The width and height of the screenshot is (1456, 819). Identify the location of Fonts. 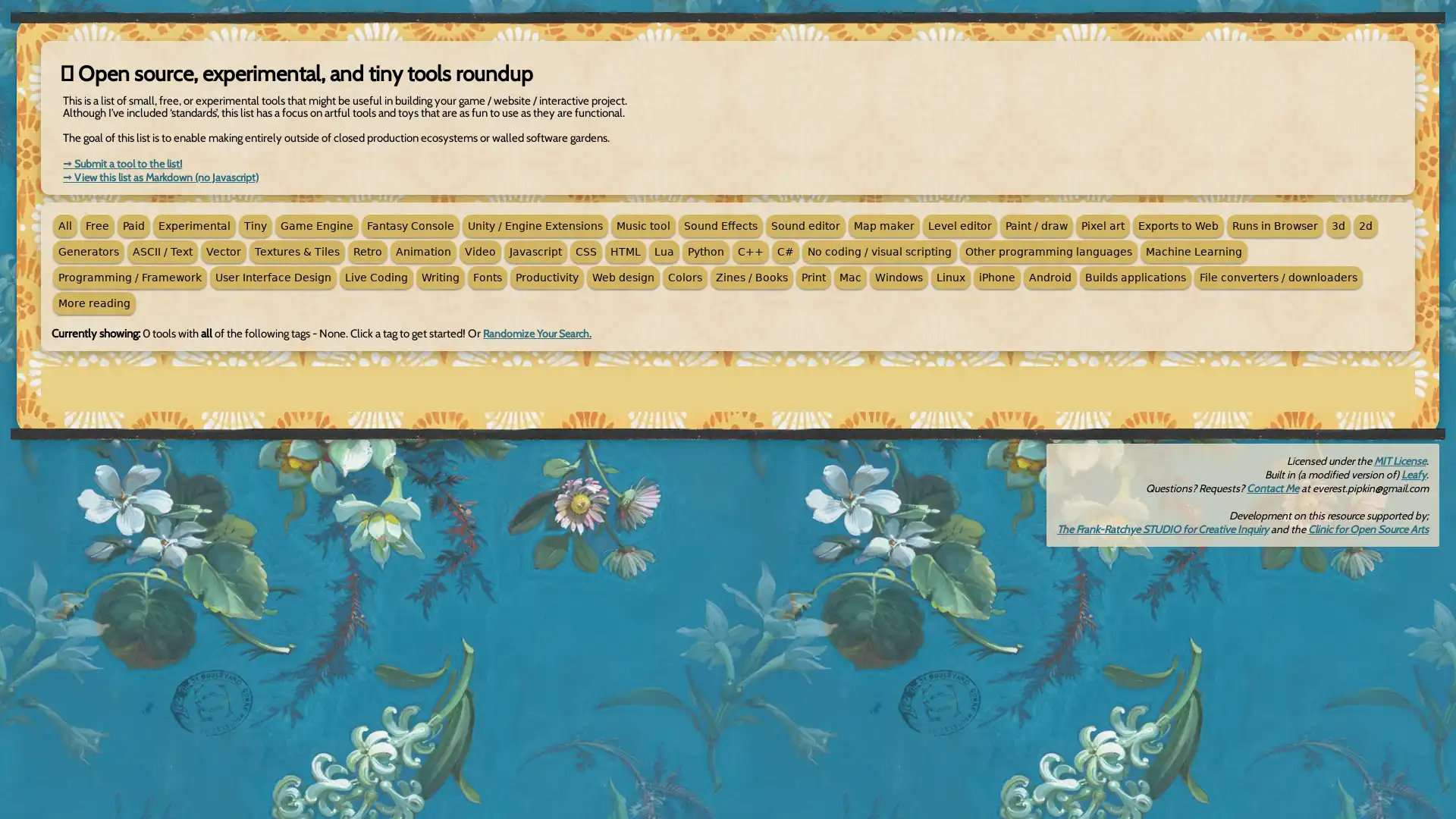
(488, 278).